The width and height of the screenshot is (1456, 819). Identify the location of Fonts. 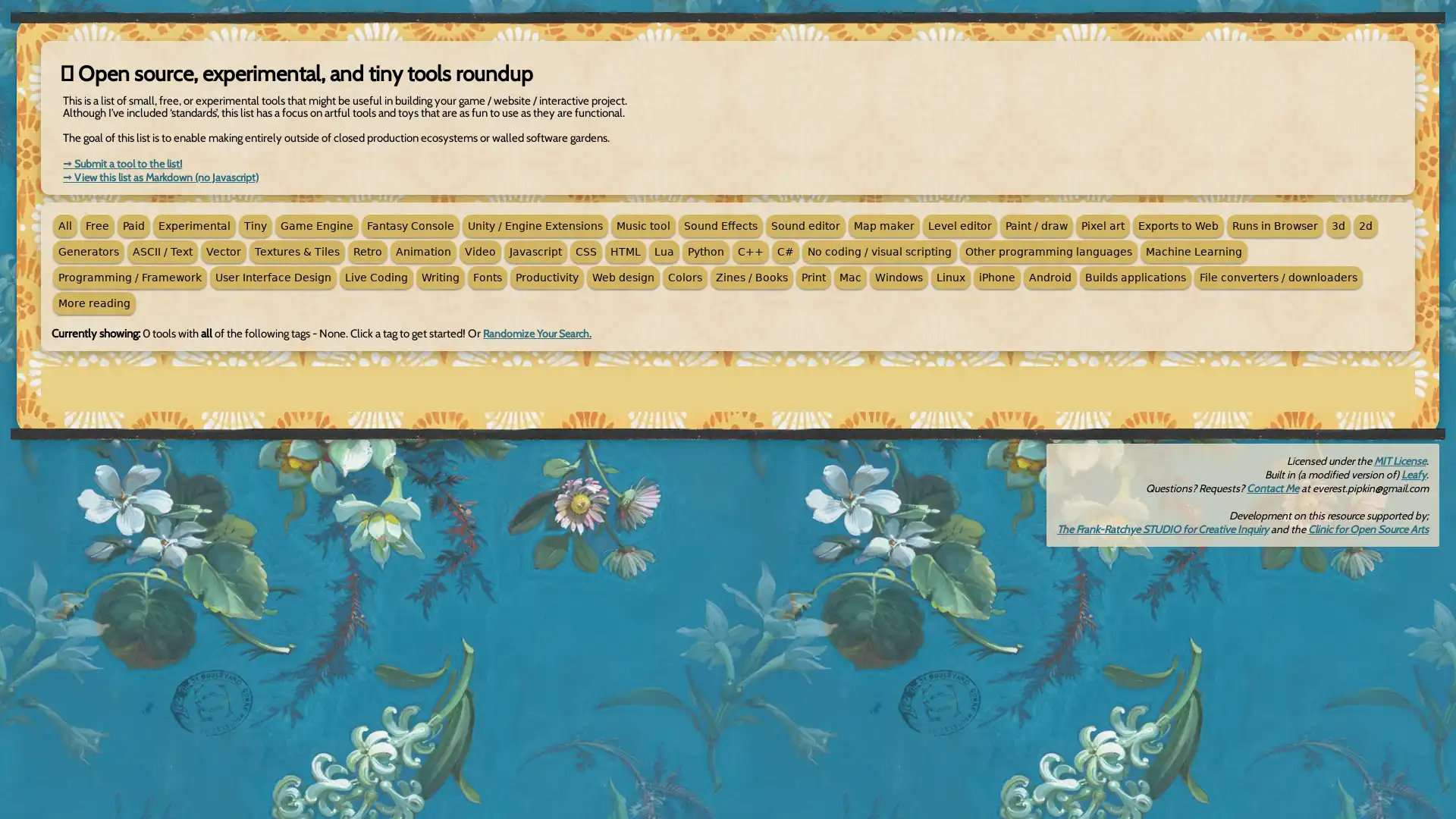
(488, 278).